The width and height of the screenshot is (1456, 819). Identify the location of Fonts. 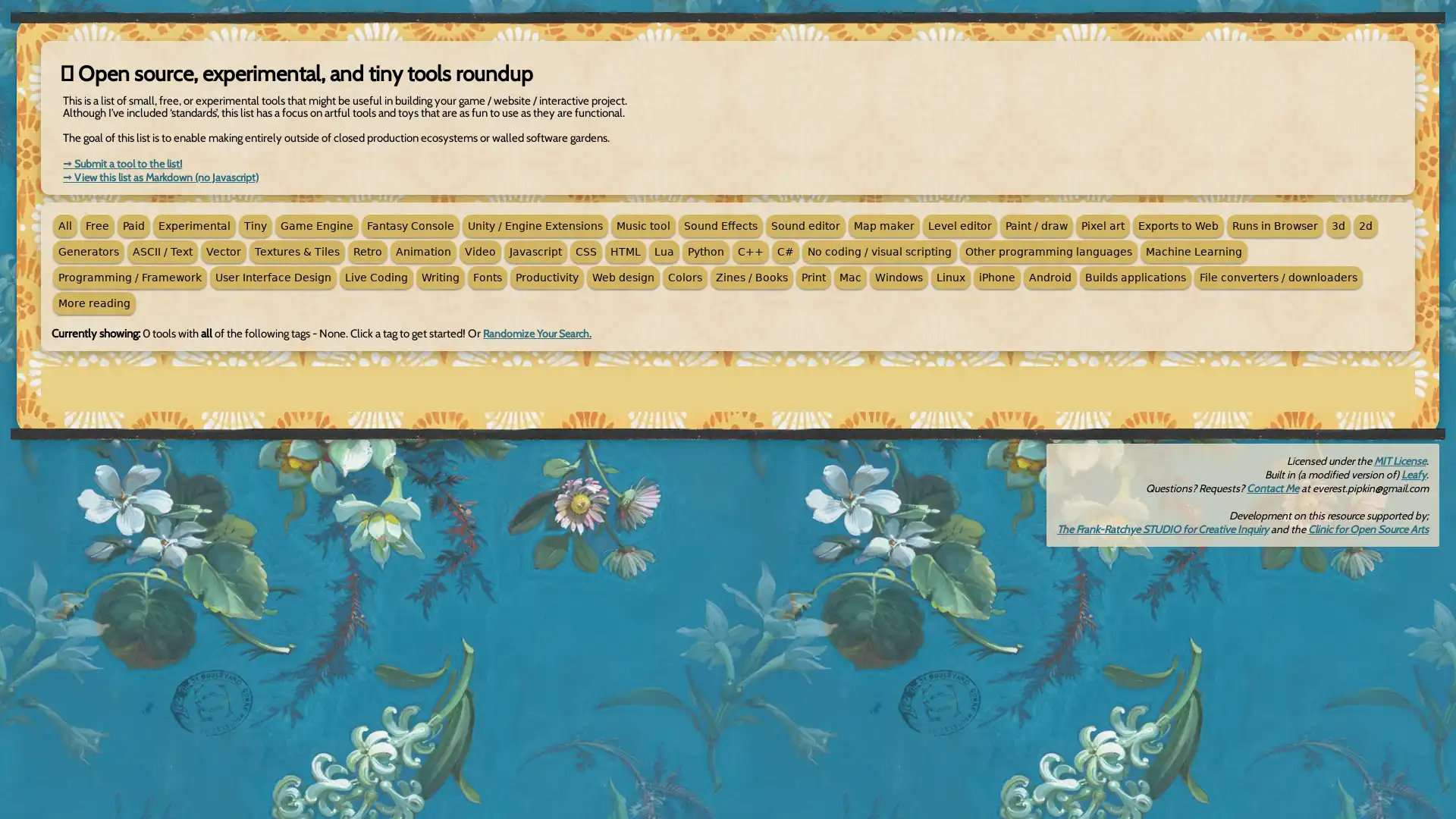
(488, 278).